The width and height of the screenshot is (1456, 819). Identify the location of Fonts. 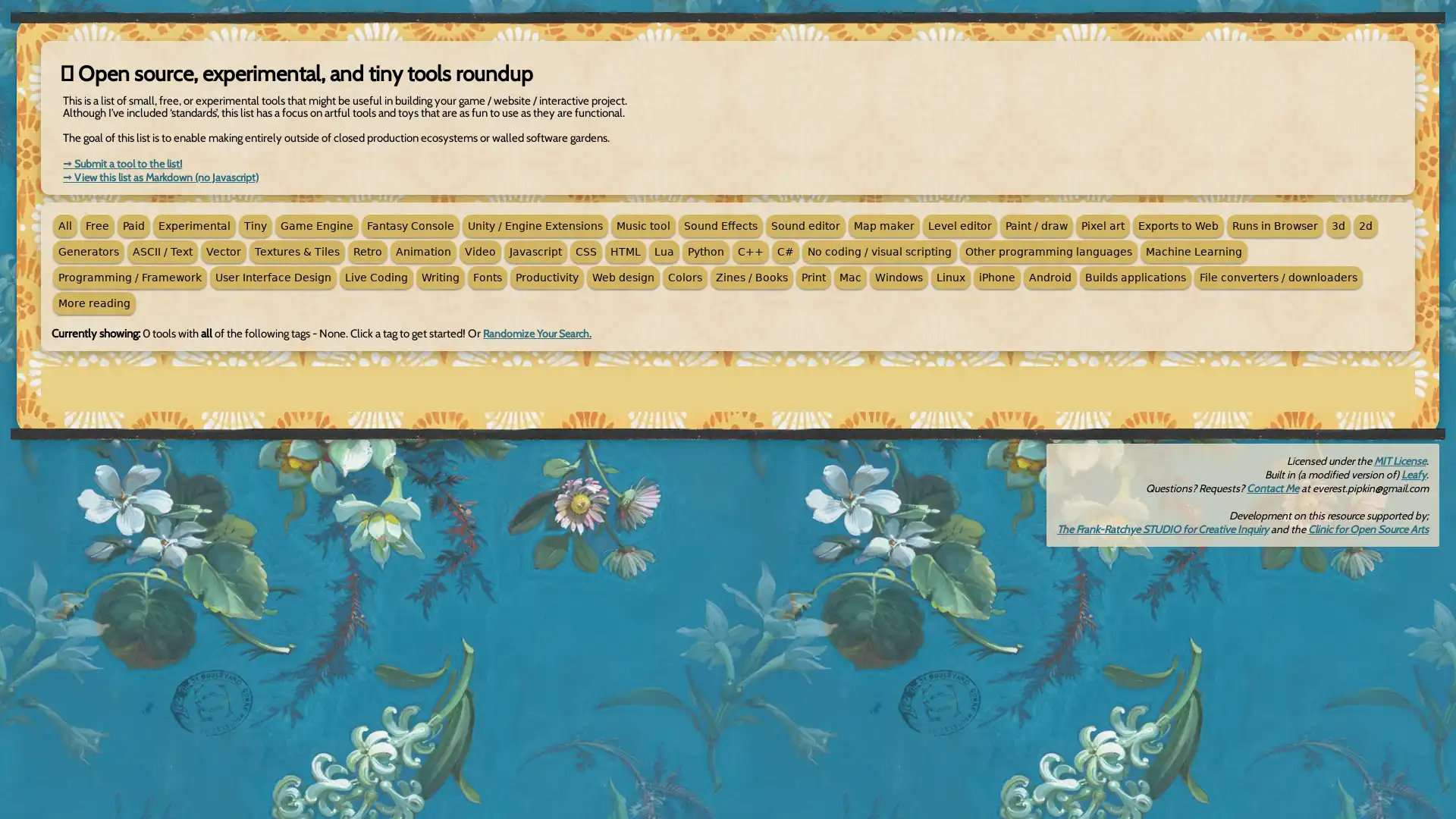
(488, 278).